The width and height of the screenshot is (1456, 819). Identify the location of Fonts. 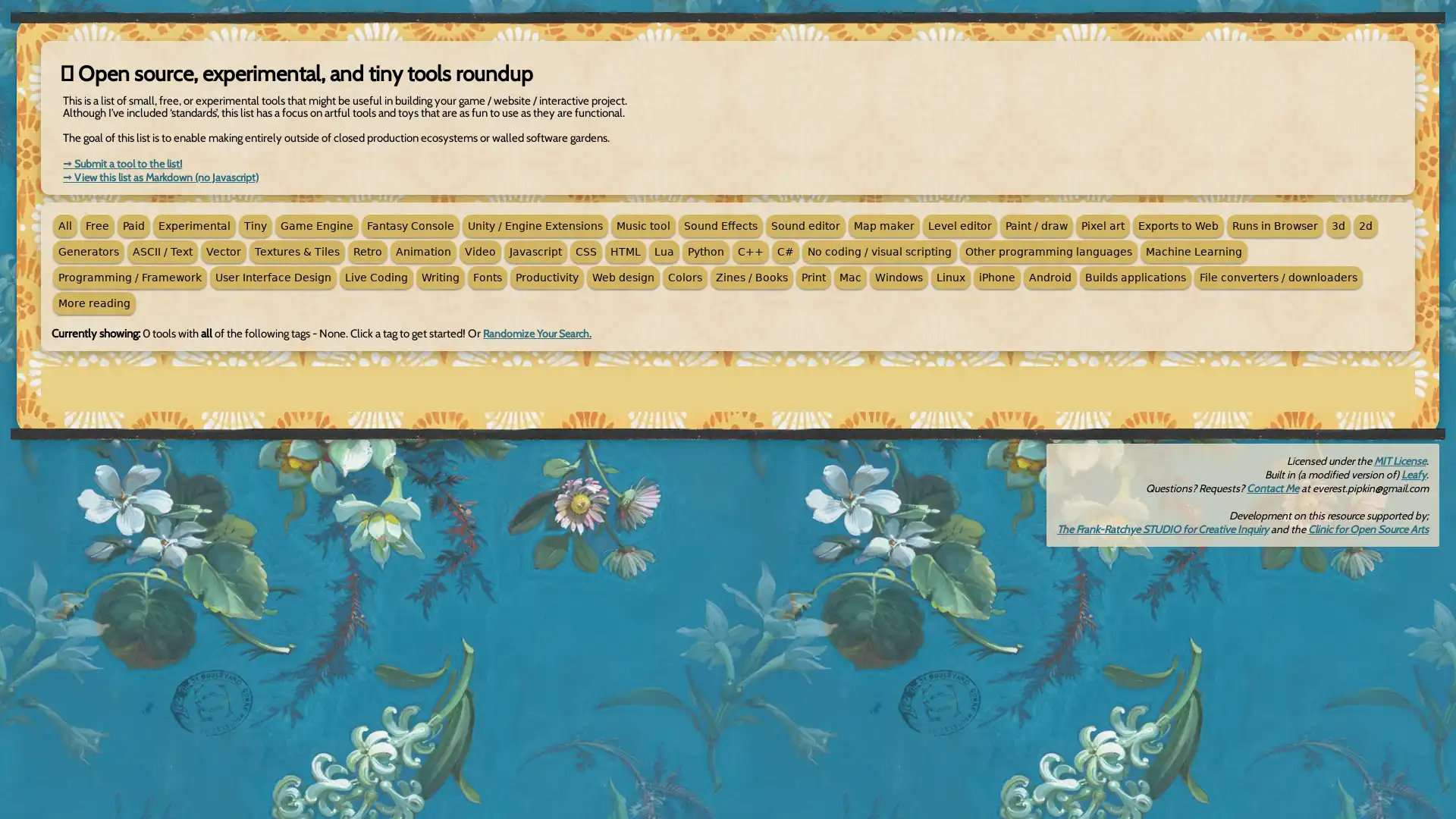
(488, 278).